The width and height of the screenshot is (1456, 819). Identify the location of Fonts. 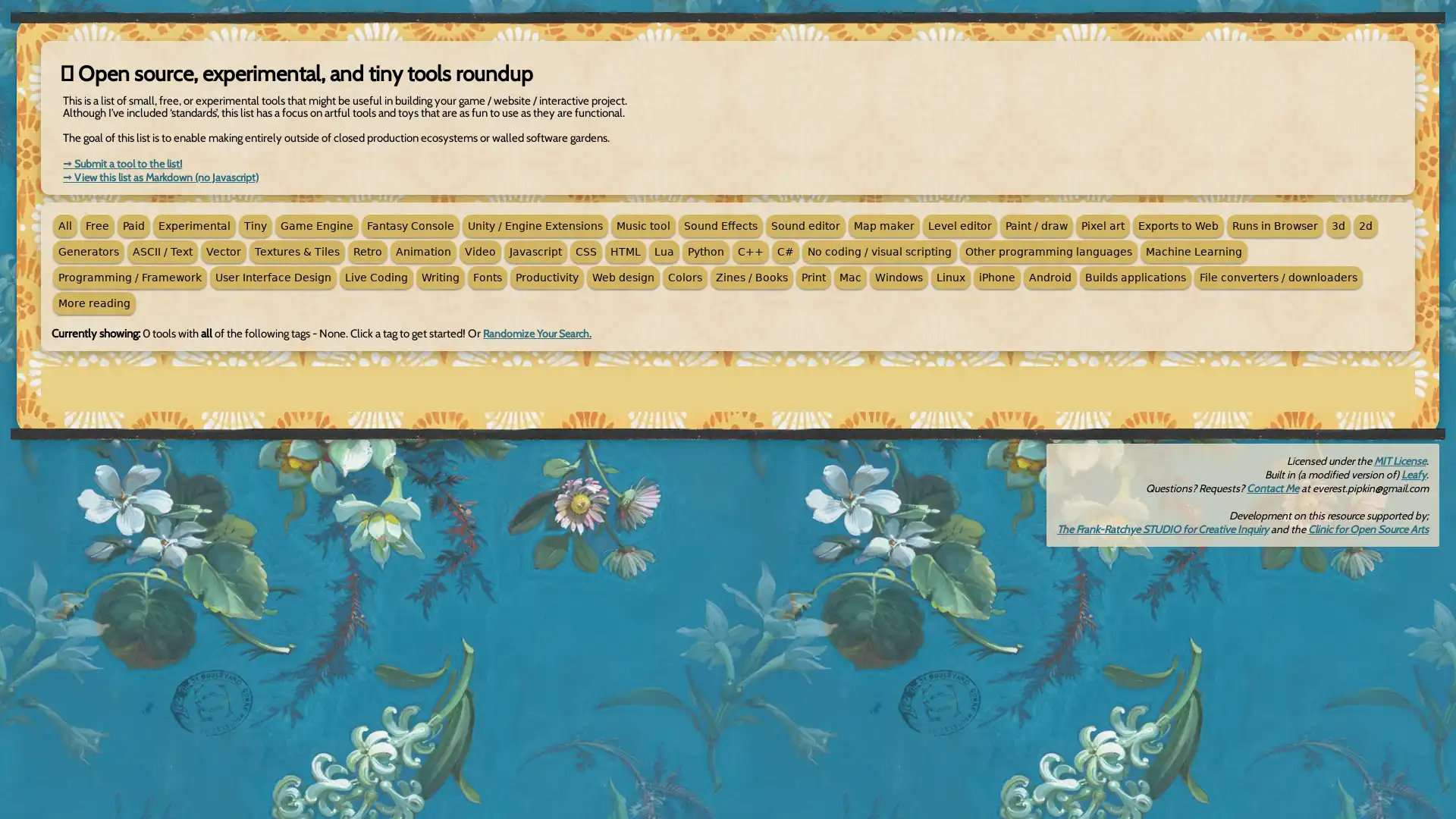
(488, 278).